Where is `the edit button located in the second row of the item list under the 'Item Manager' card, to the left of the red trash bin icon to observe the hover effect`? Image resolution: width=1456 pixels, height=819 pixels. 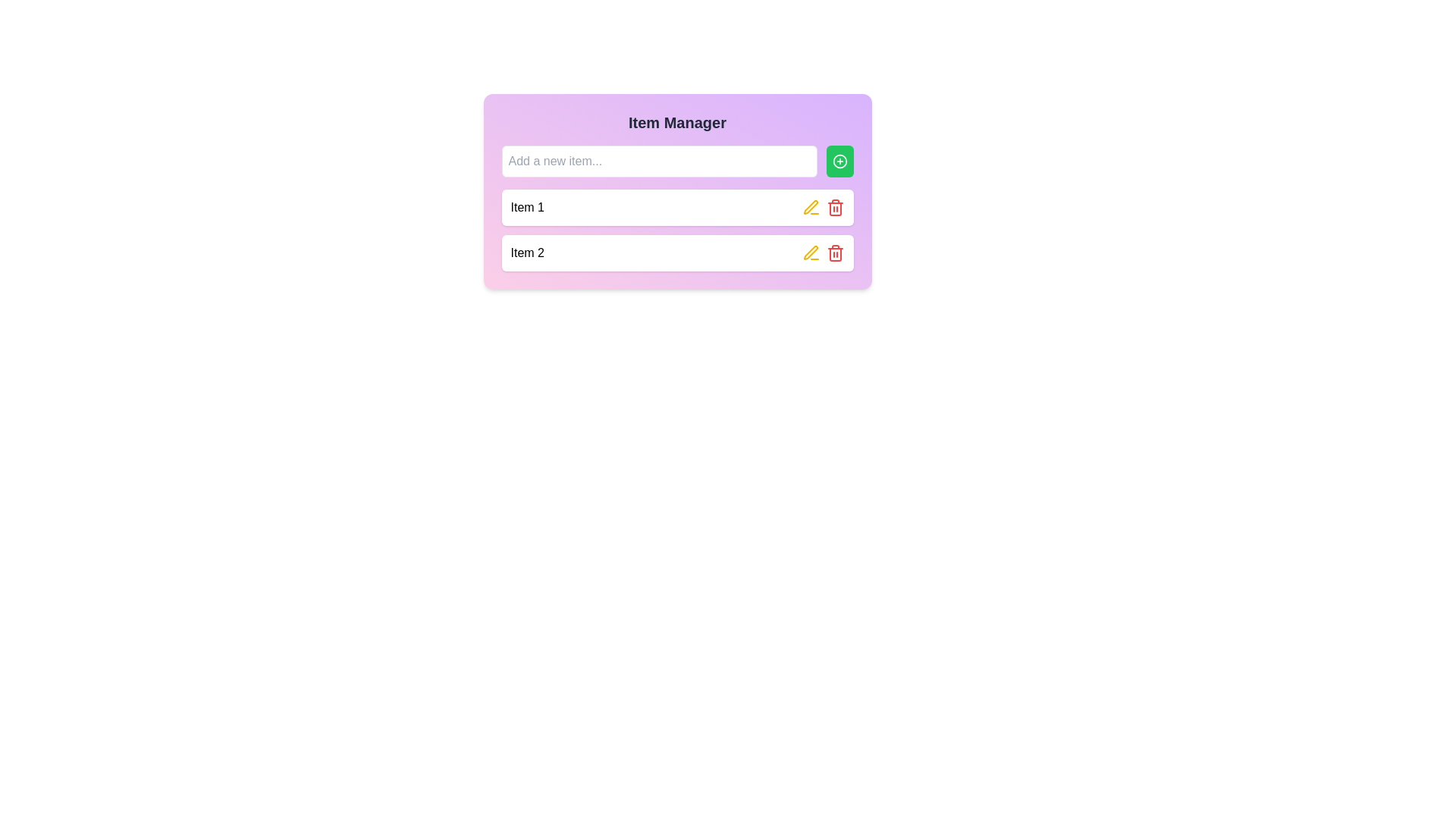
the edit button located in the second row of the item list under the 'Item Manager' card, to the left of the red trash bin icon to observe the hover effect is located at coordinates (810, 253).